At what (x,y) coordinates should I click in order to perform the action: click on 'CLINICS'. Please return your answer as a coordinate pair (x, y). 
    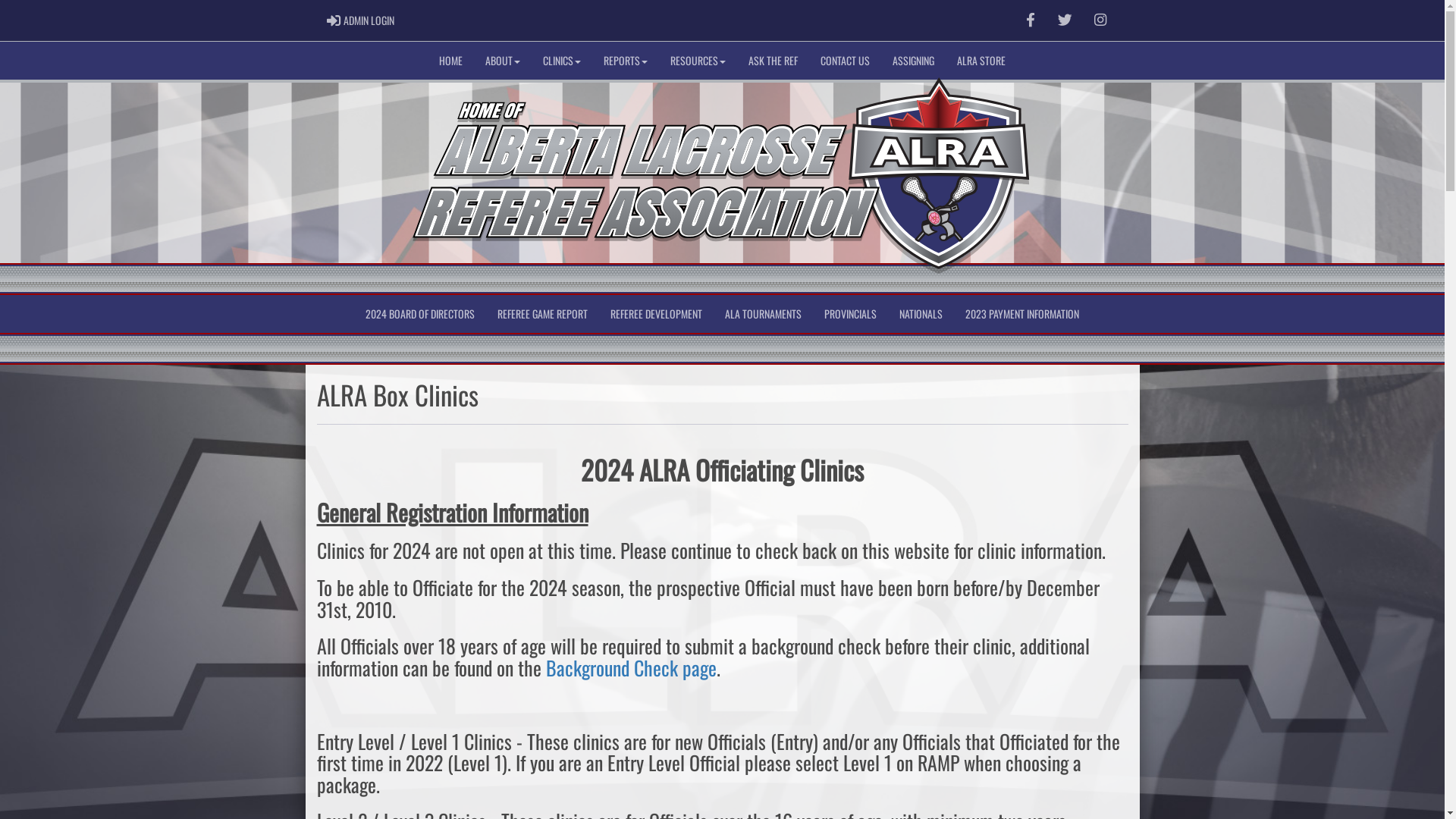
    Looking at the image, I should click on (560, 60).